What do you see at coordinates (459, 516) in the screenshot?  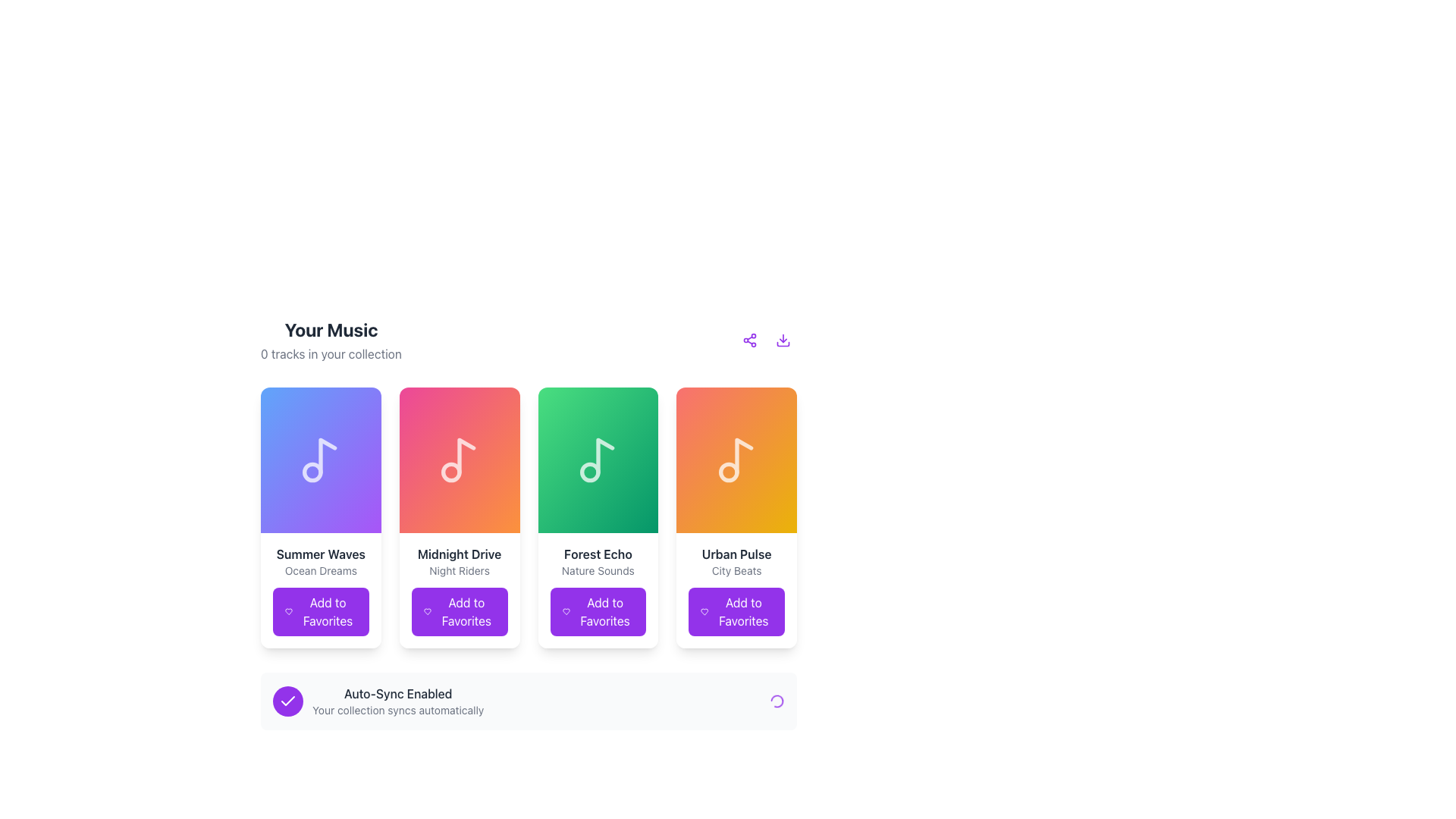 I see `the second card component in the music track grid` at bounding box center [459, 516].